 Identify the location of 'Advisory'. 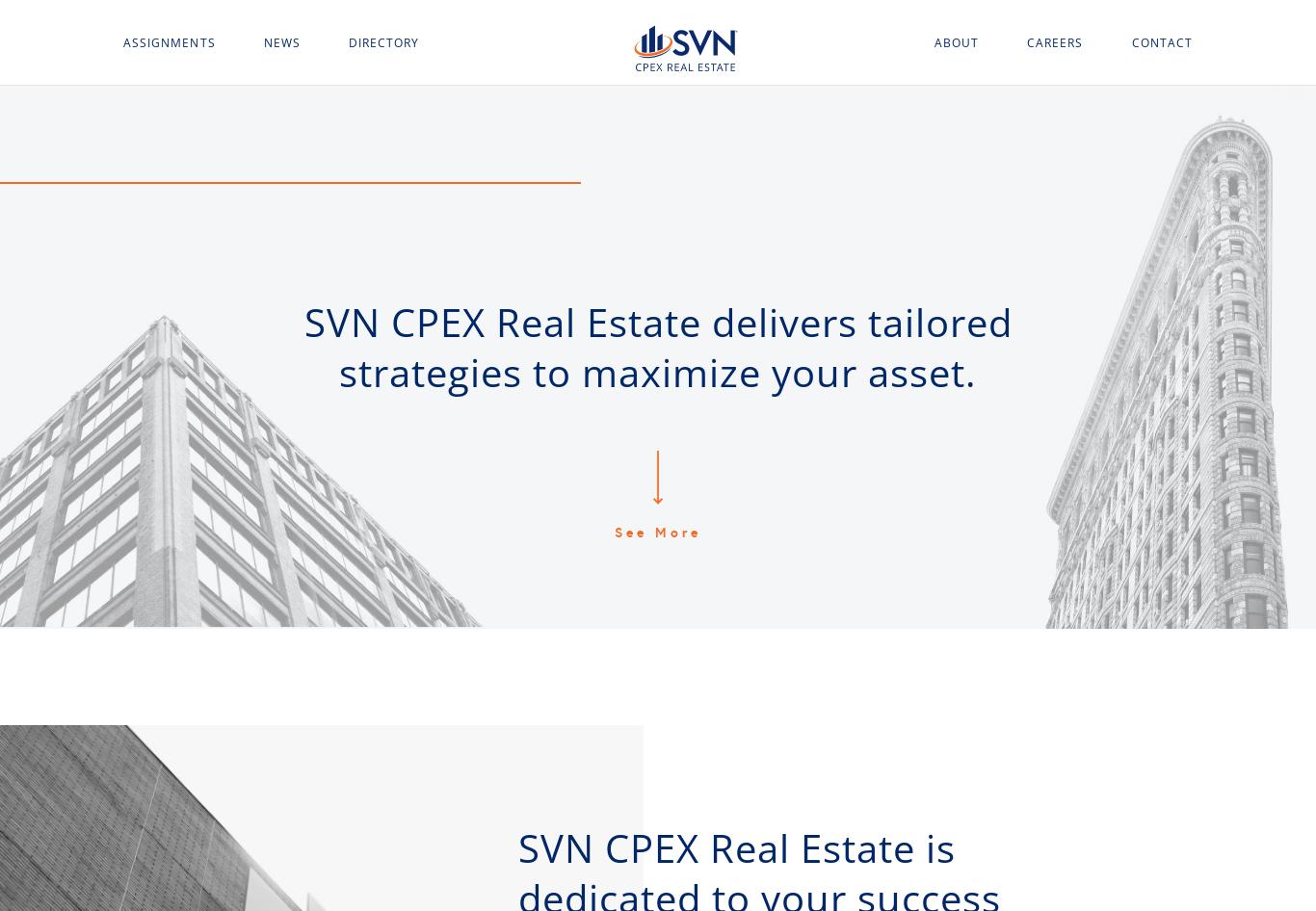
(154, 221).